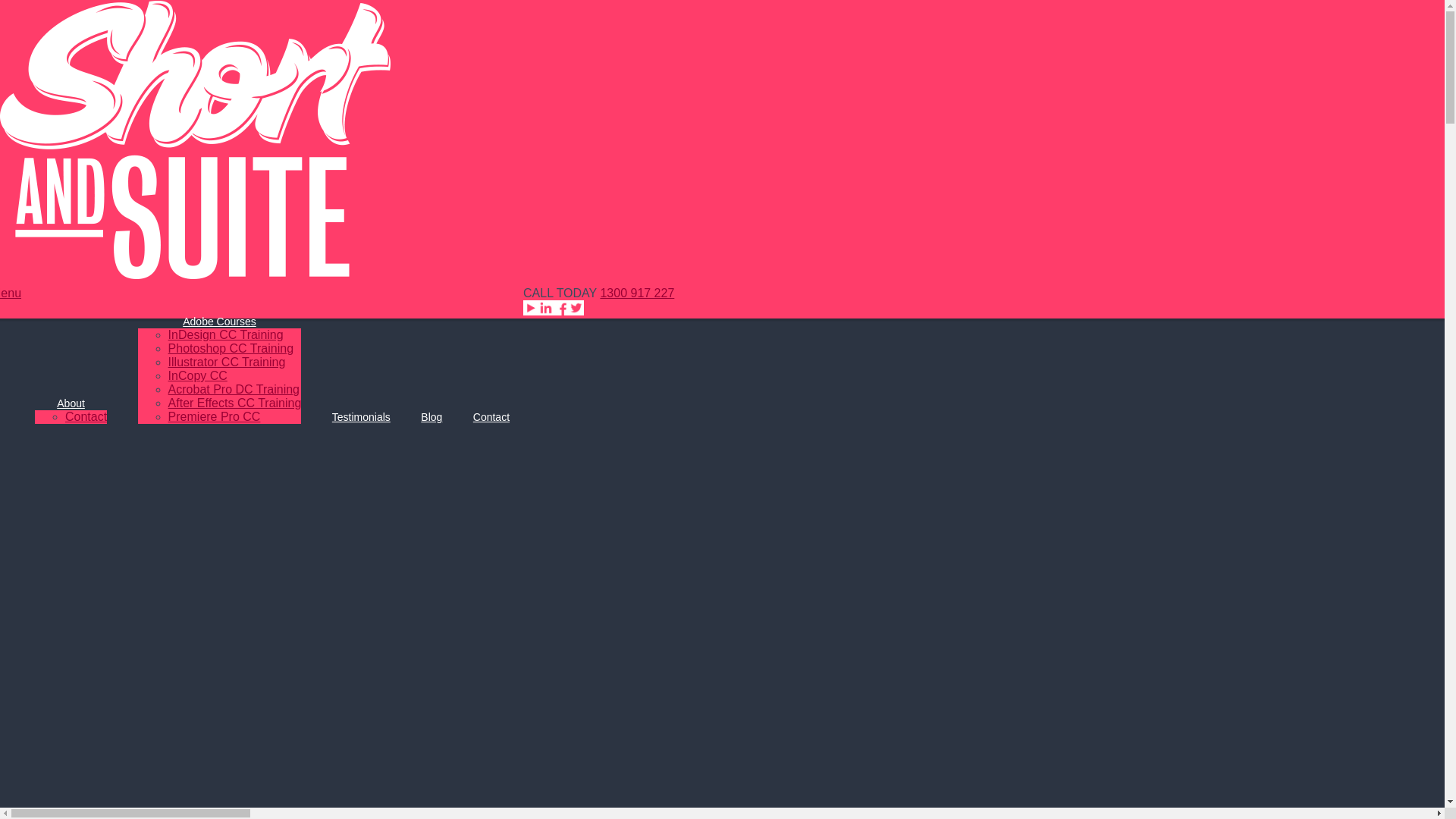 Image resolution: width=1456 pixels, height=819 pixels. What do you see at coordinates (360, 417) in the screenshot?
I see `'Testimonials'` at bounding box center [360, 417].